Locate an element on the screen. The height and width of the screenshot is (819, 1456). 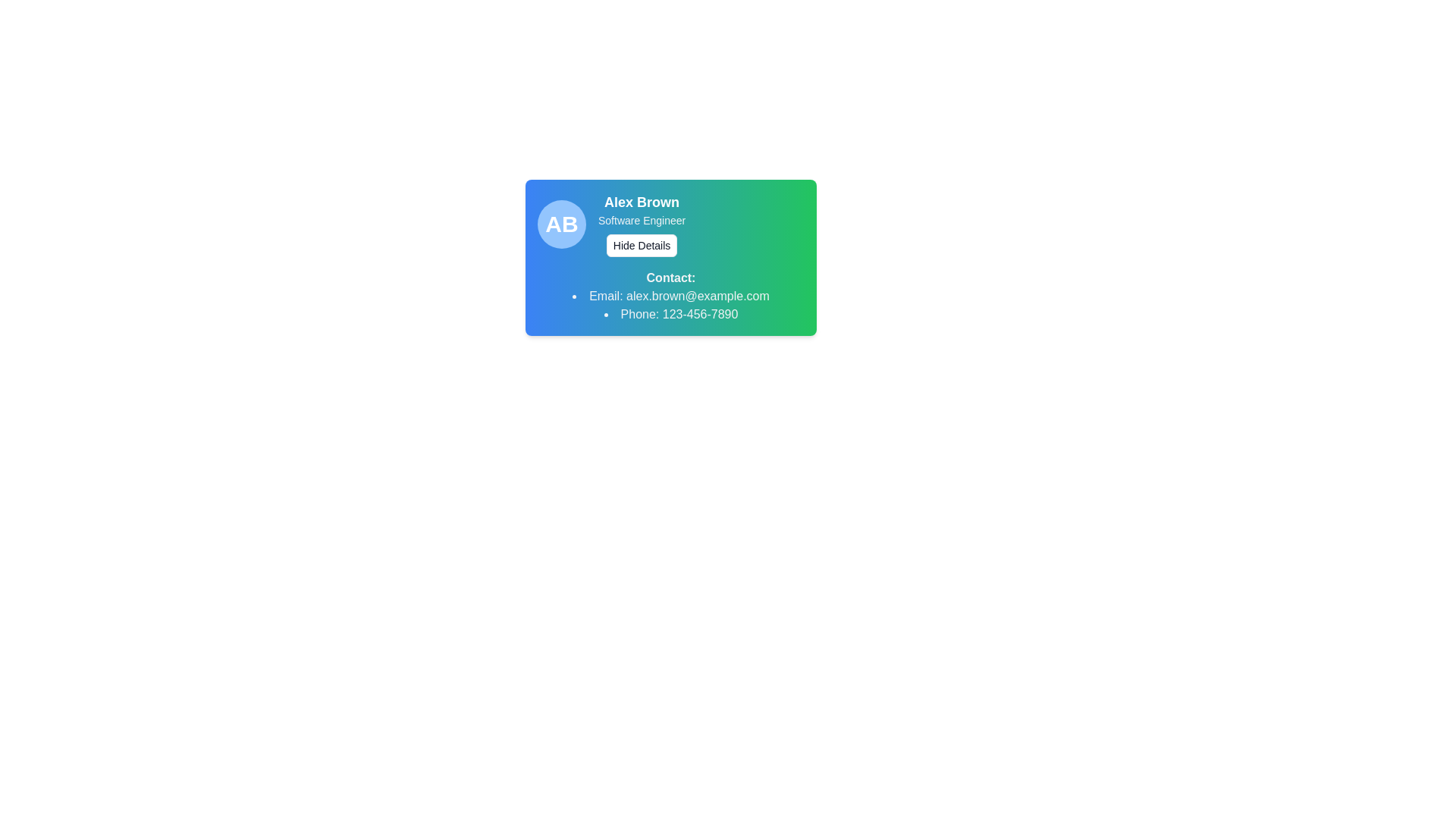
the text label indicating the professional role 'Software Engineer', which is located below 'Alex Brown' and above the 'Hide Details' button, in the upper half of a card with a blue-green gradient background is located at coordinates (642, 220).